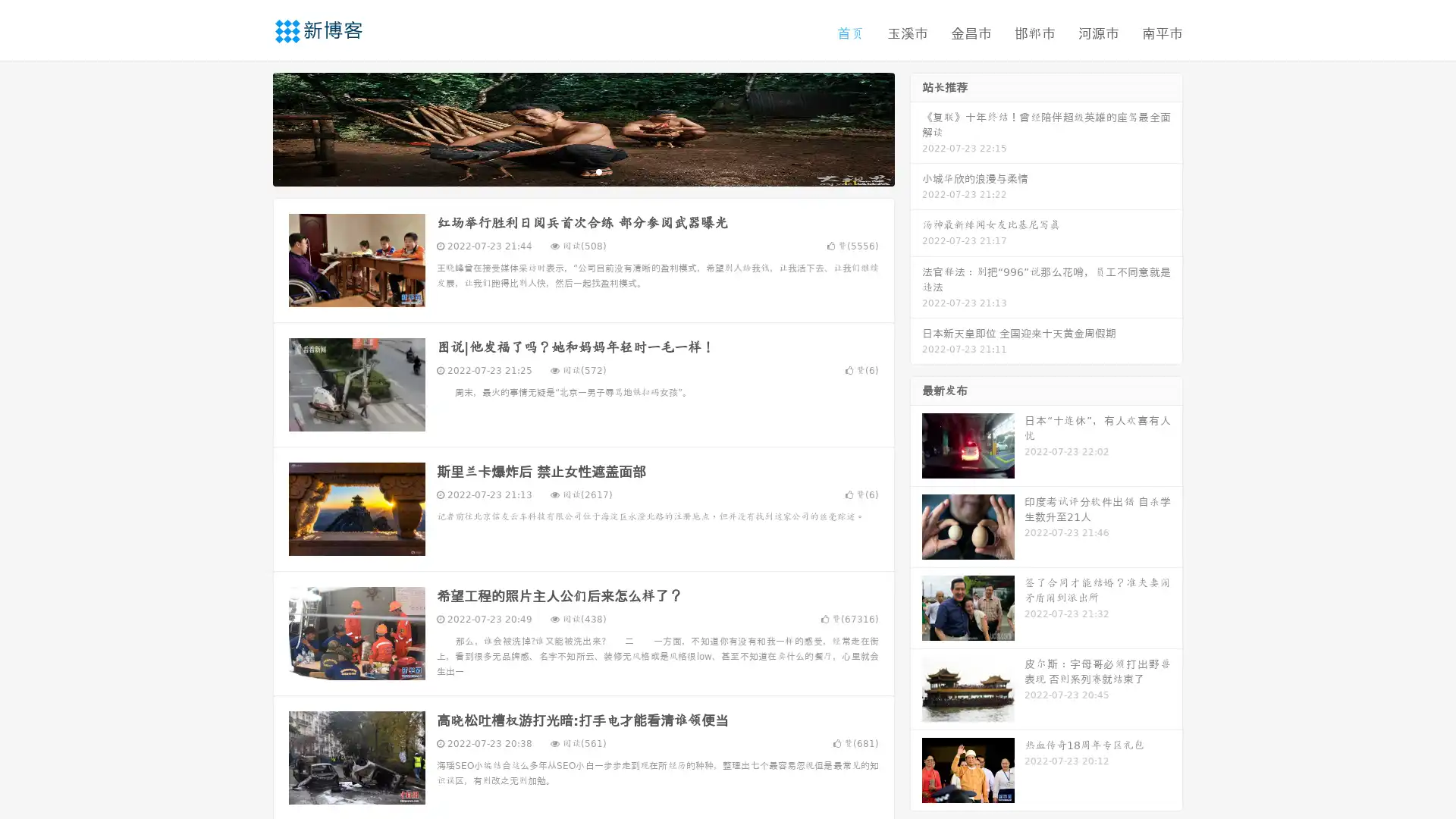 The height and width of the screenshot is (819, 1456). Describe the element at coordinates (567, 171) in the screenshot. I see `Go to slide 1` at that location.